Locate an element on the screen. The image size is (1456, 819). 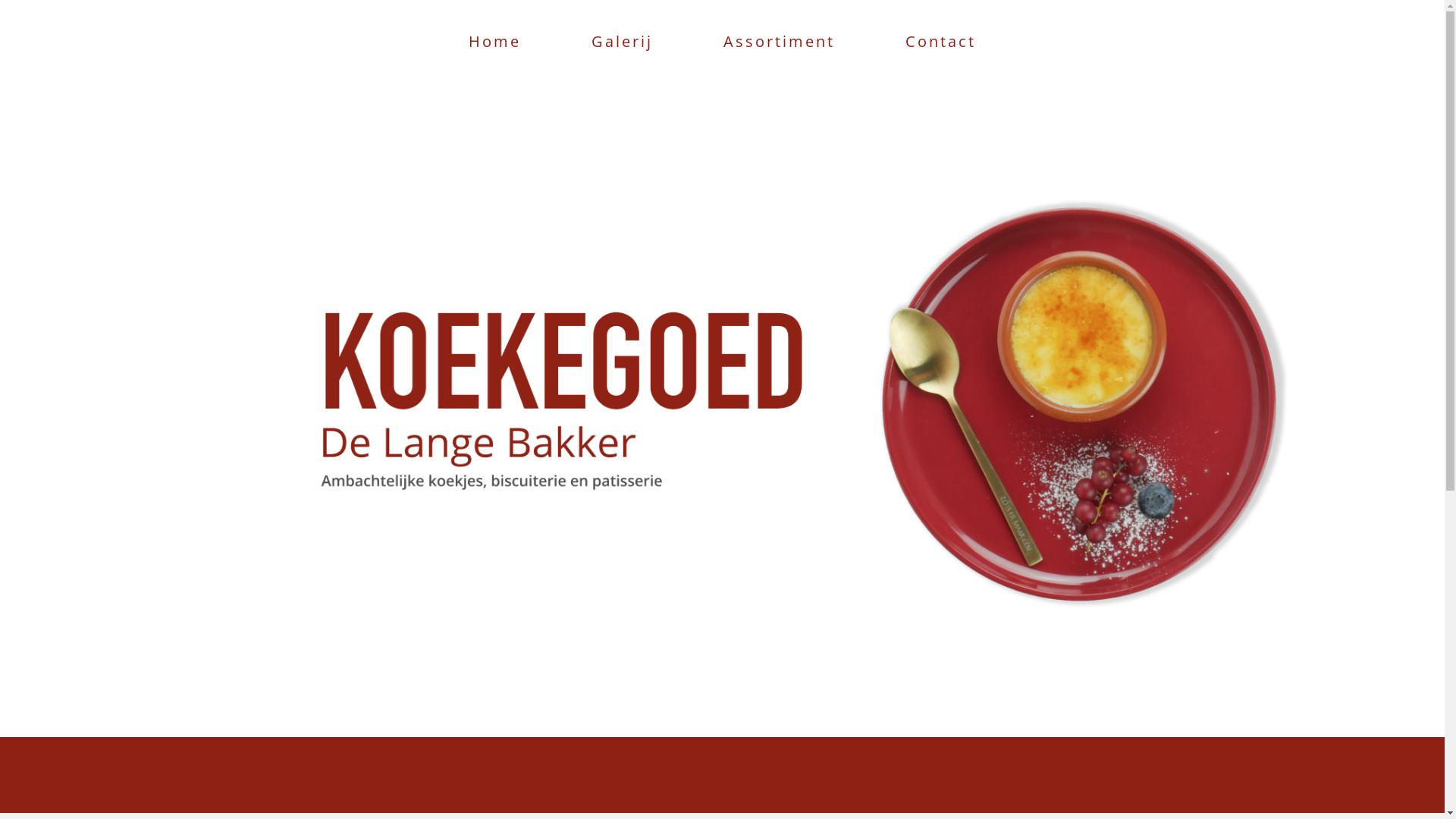
'Contact' is located at coordinates (940, 39).